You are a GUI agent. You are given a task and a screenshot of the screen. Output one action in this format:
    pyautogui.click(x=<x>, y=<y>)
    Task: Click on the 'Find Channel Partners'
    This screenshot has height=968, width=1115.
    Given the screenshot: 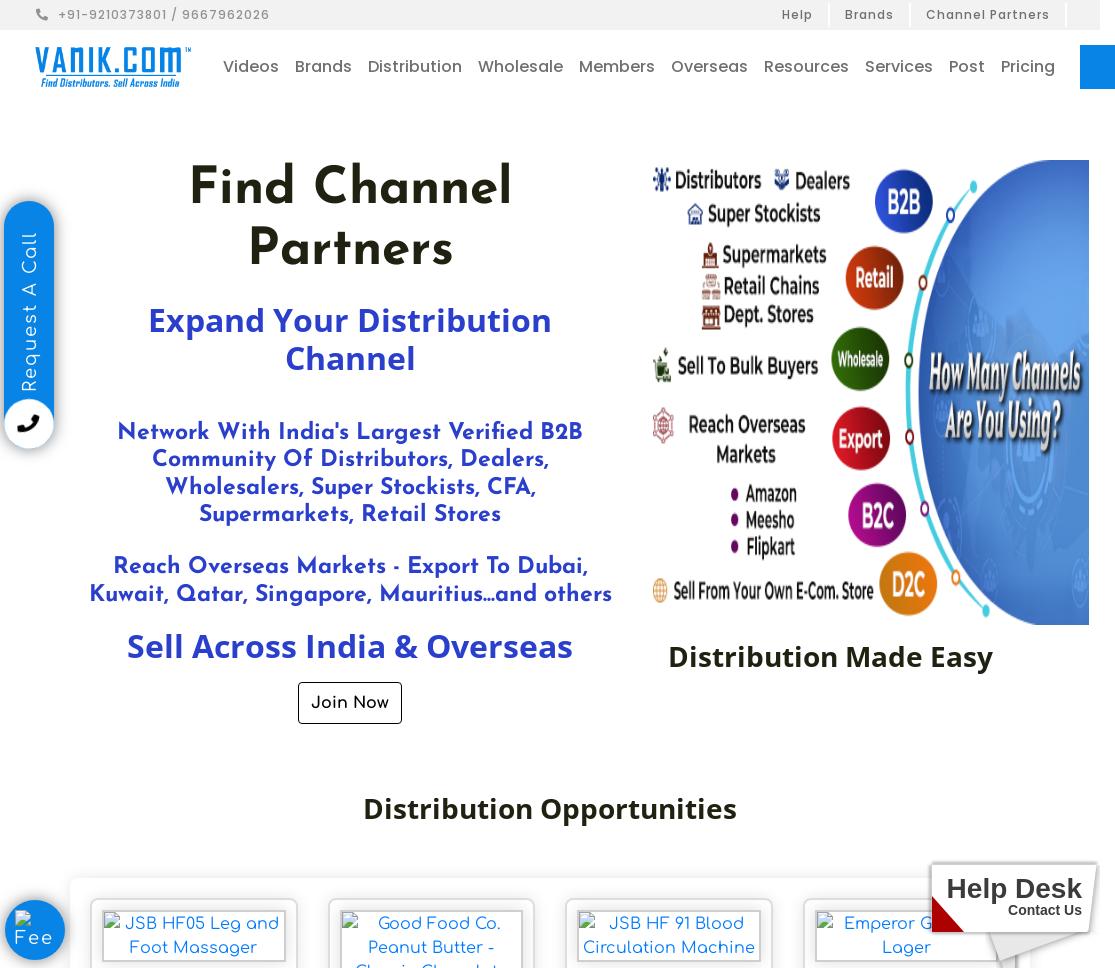 What is the action you would take?
    pyautogui.click(x=348, y=219)
    